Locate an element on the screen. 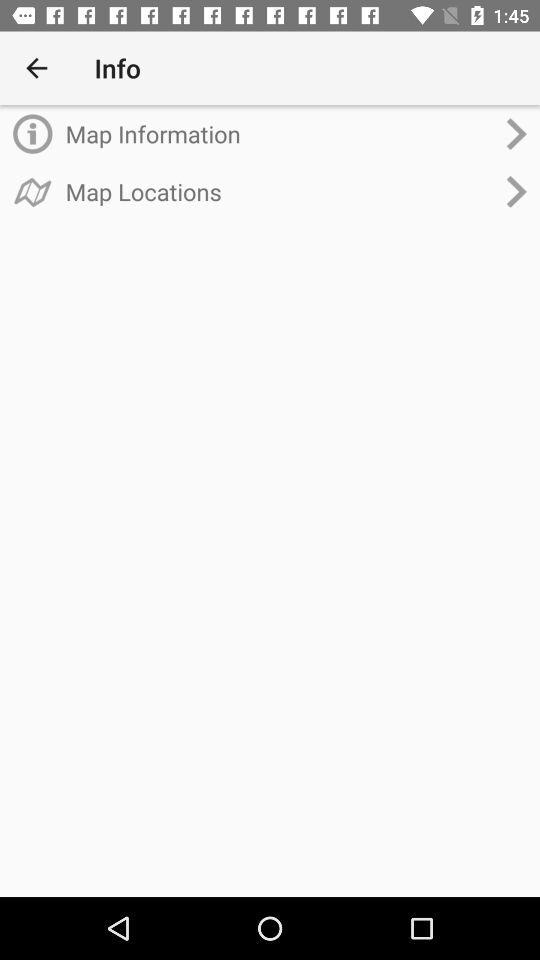 This screenshot has height=960, width=540. item next to the info is located at coordinates (36, 68).